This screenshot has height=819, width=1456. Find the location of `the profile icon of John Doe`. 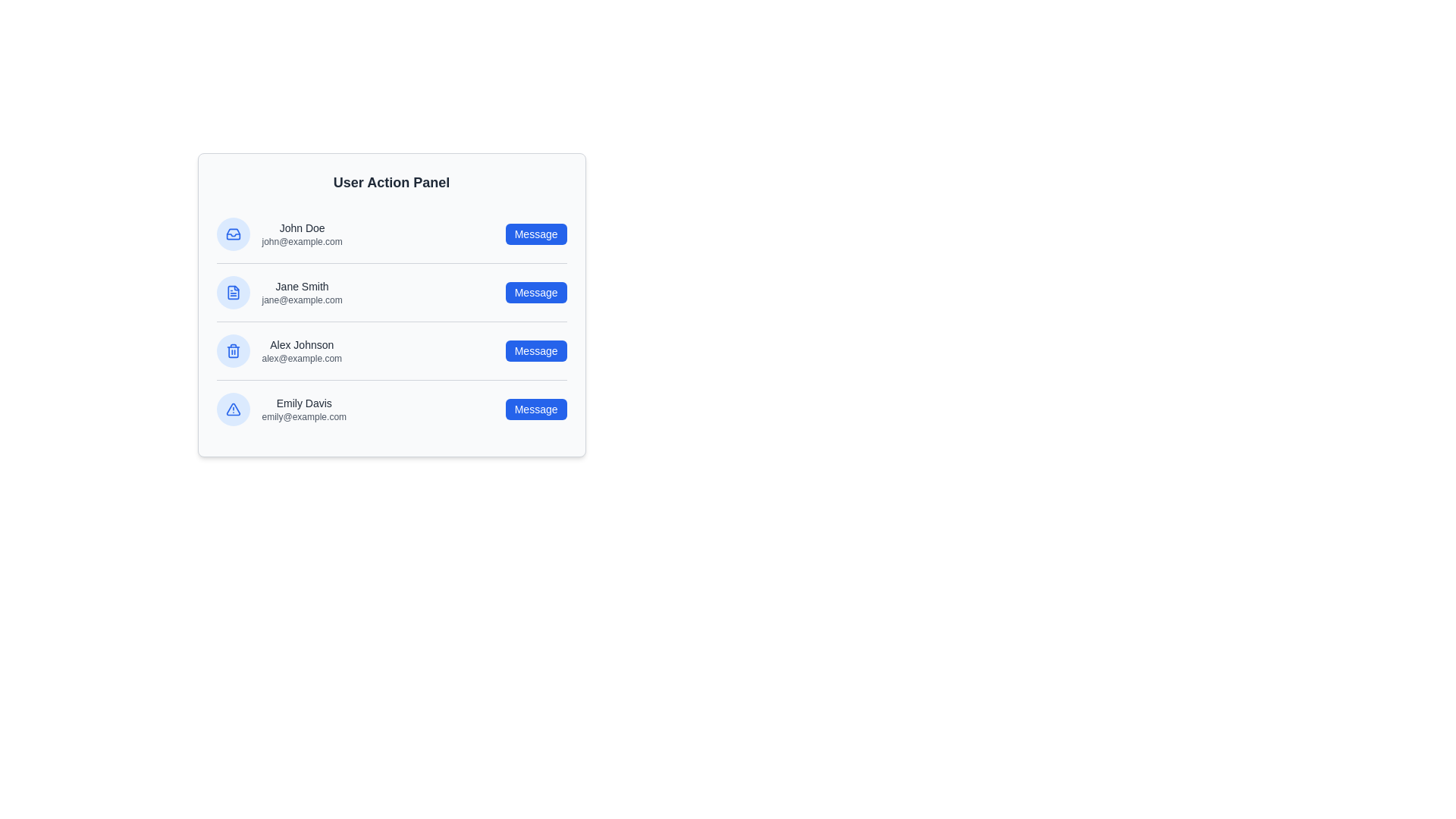

the profile icon of John Doe is located at coordinates (232, 234).